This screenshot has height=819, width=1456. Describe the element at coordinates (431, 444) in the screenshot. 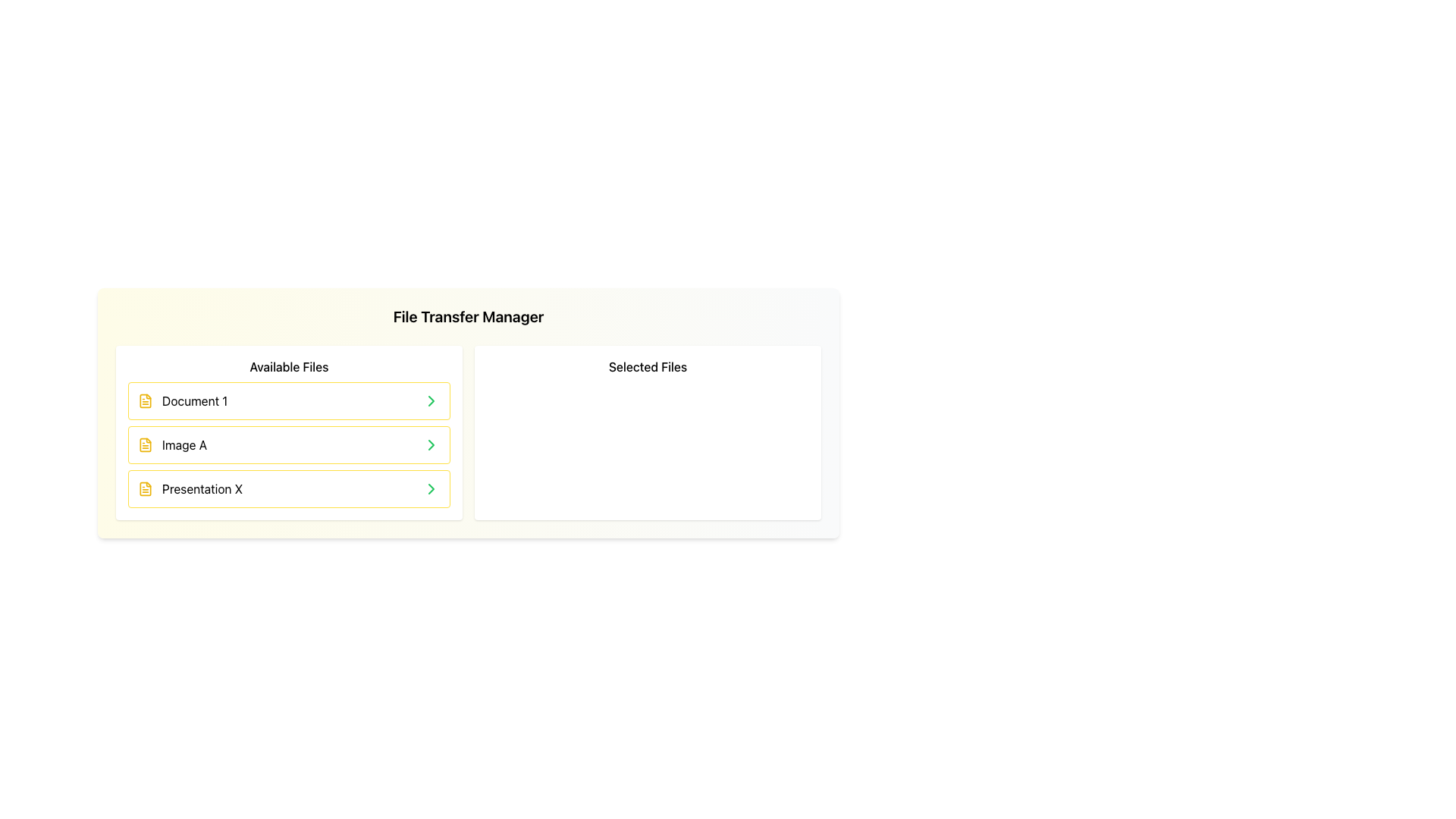

I see `the arrow icon located next to 'Image A' in the 'Available Files' list, indicating a navigational or confirming action can proceed` at that location.